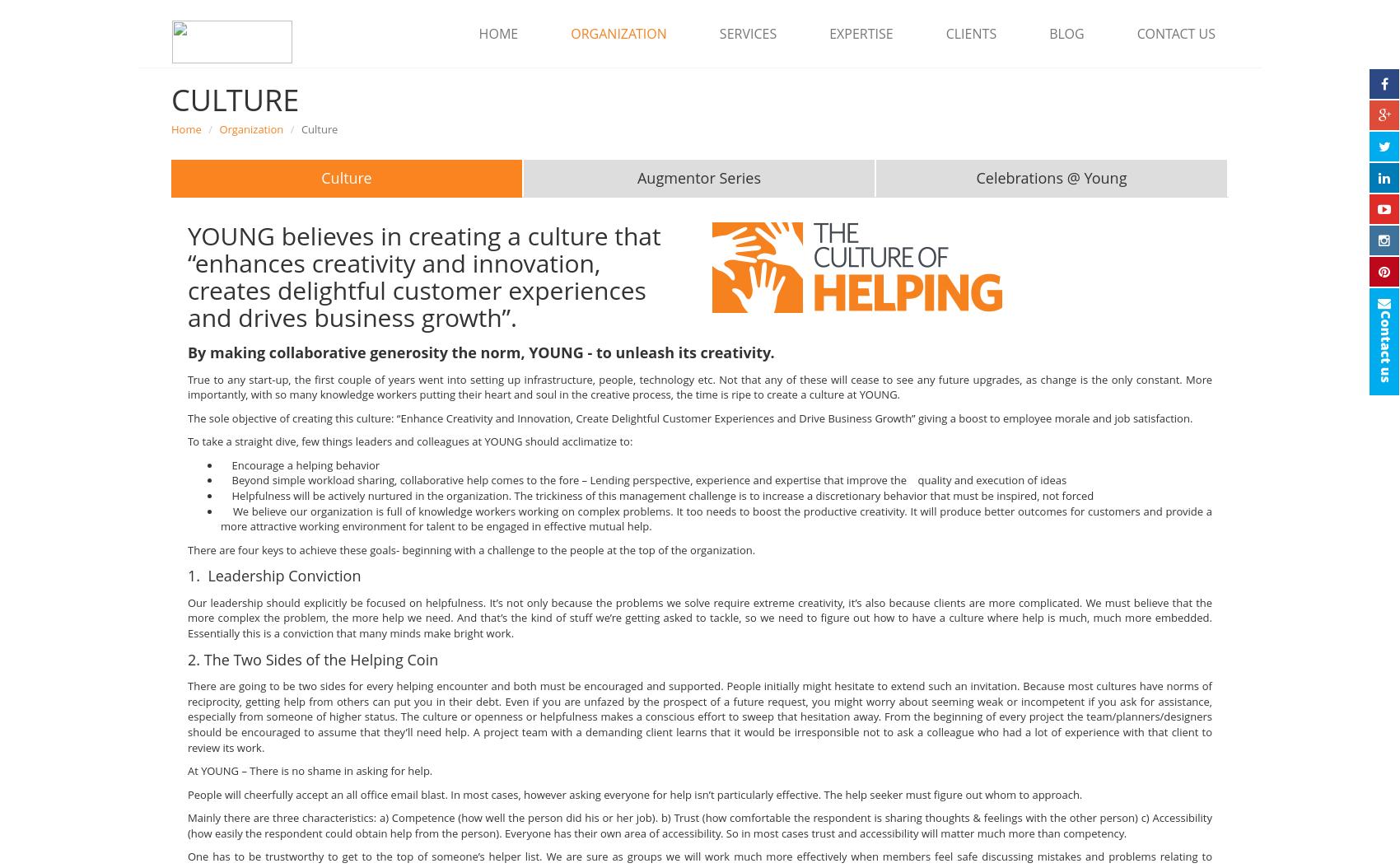 The width and height of the screenshot is (1400, 868). What do you see at coordinates (311, 657) in the screenshot?
I see `'2. The Two Sides of the Helping Coin'` at bounding box center [311, 657].